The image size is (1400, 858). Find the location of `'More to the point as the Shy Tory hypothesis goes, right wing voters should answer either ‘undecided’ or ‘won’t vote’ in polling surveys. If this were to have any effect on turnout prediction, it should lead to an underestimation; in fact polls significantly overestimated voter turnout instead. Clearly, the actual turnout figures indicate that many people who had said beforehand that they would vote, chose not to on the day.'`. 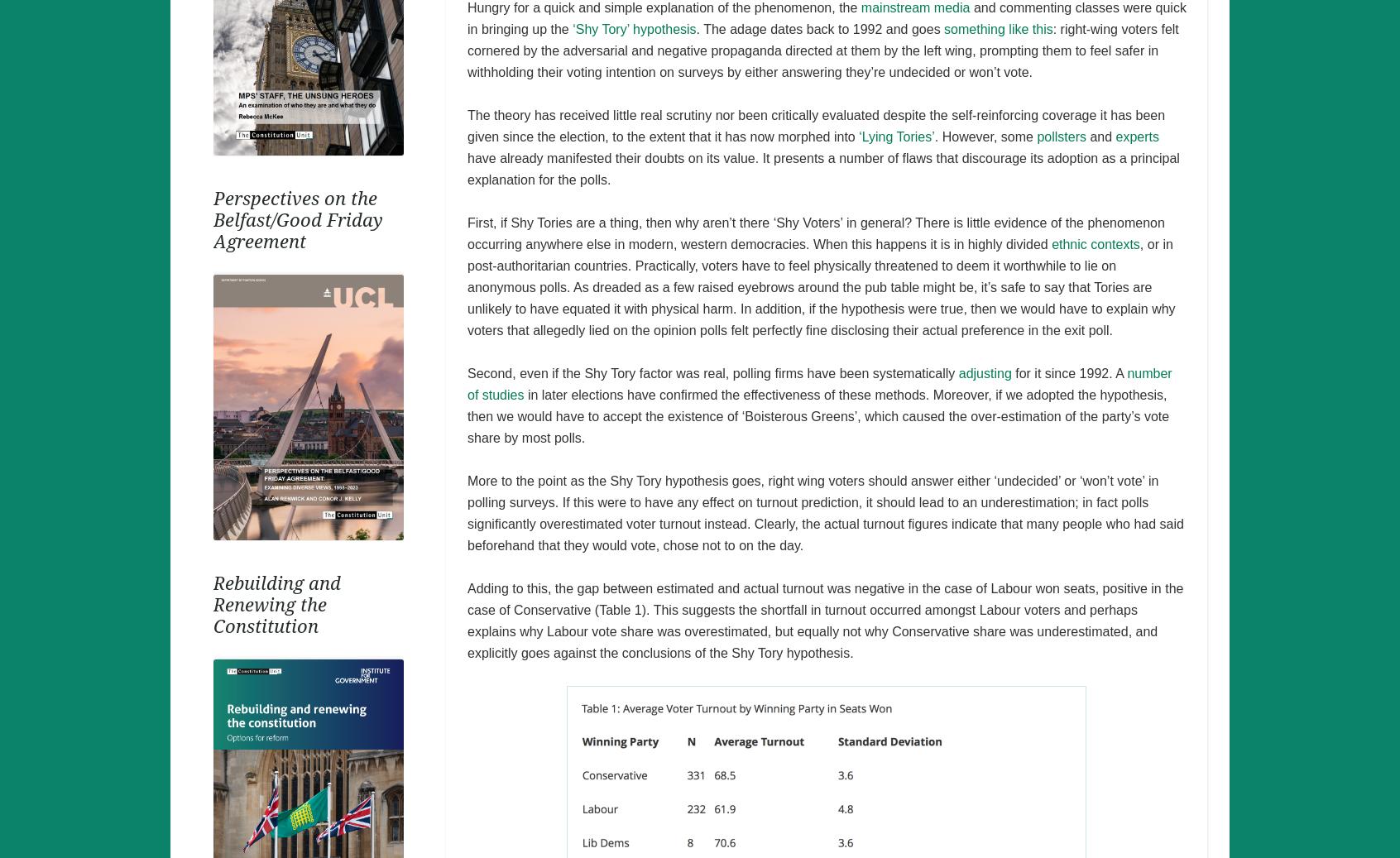

'More to the point as the Shy Tory hypothesis goes, right wing voters should answer either ‘undecided’ or ‘won’t vote’ in polling surveys. If this were to have any effect on turnout prediction, it should lead to an underestimation; in fact polls significantly overestimated voter turnout instead. Clearly, the actual turnout figures indicate that many people who had said beforehand that they would vote, chose not to on the day.' is located at coordinates (823, 512).